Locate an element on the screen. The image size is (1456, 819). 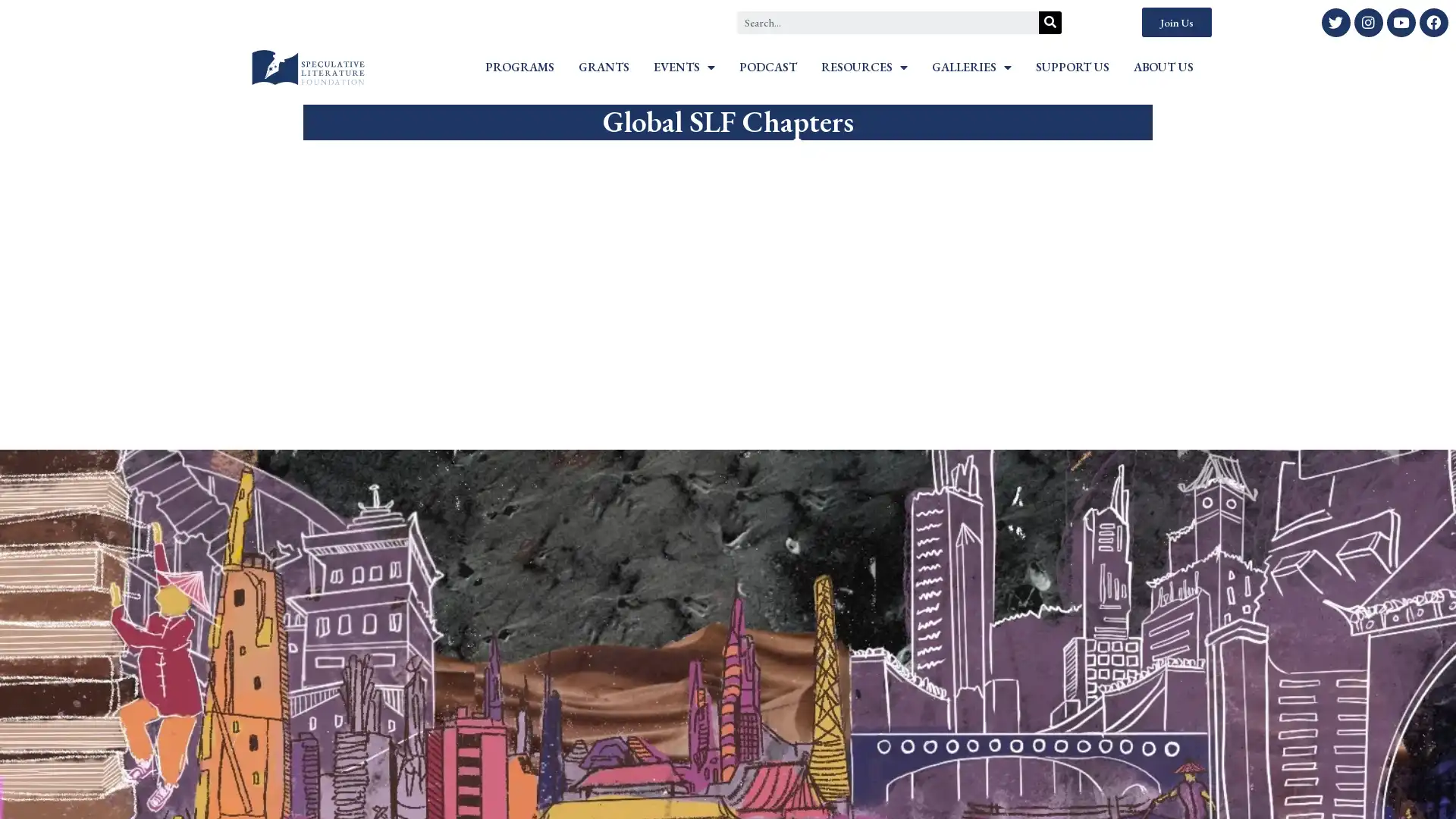
Join Us is located at coordinates (1175, 22).